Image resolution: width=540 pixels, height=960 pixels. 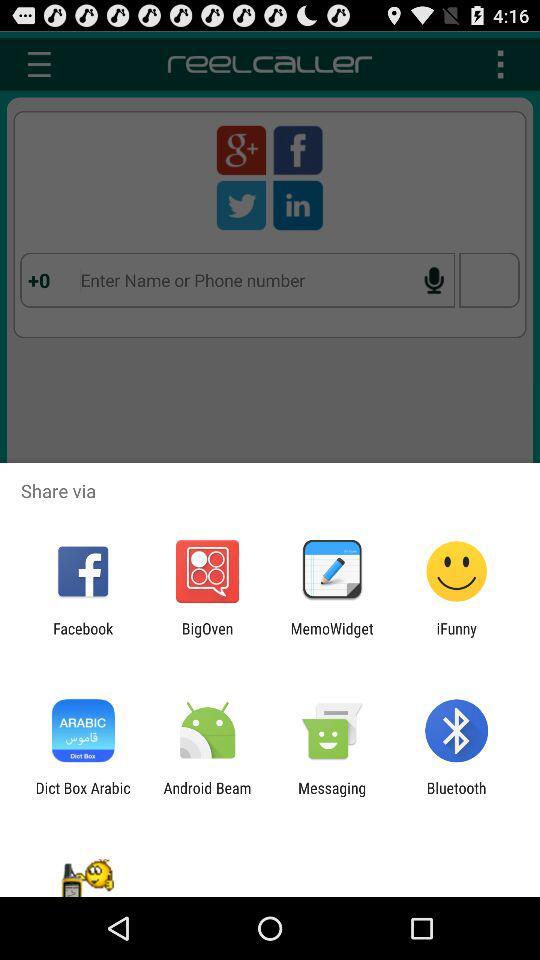 I want to click on the app to the left of the bigoven, so click(x=82, y=636).